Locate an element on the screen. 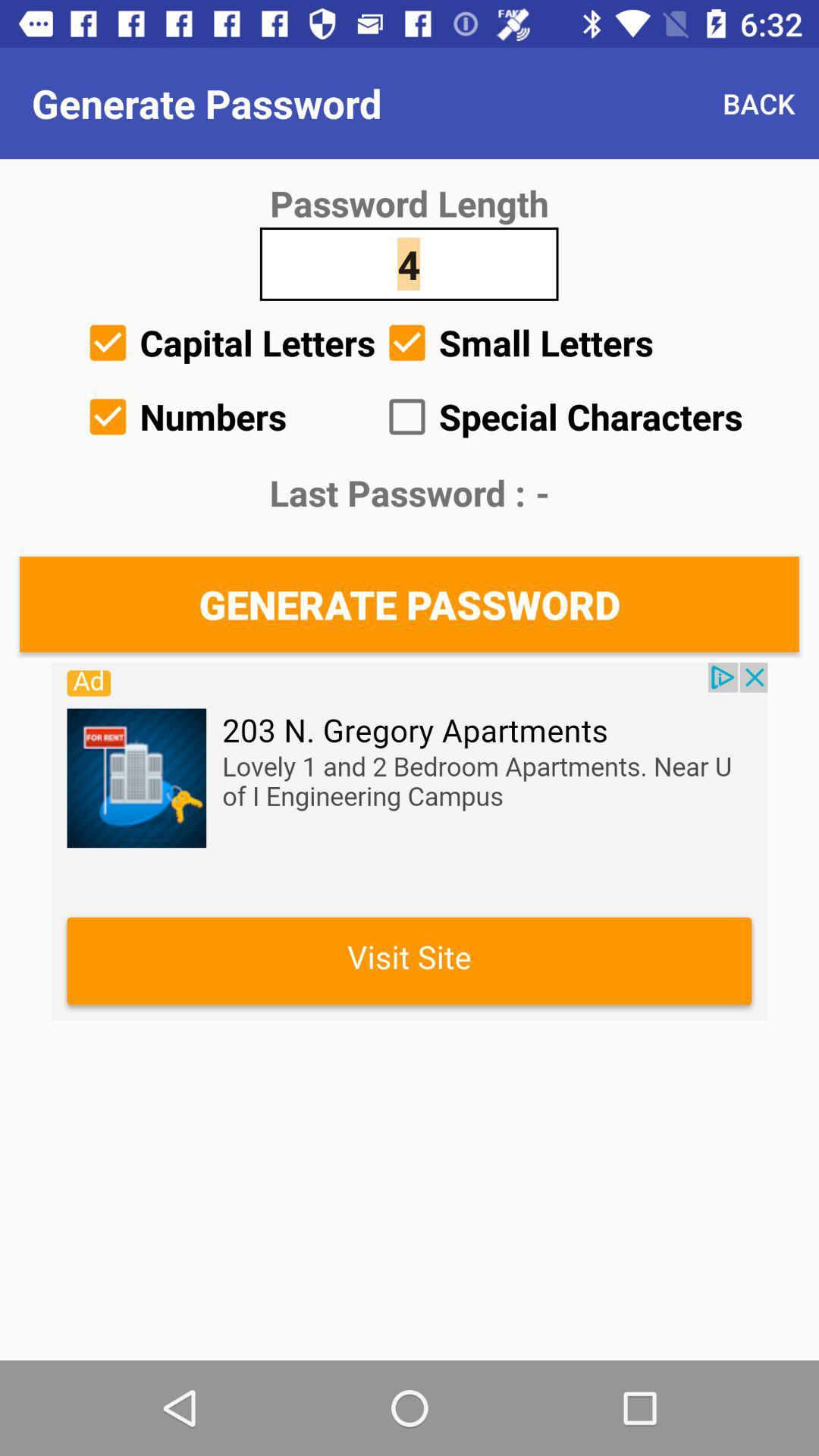 The image size is (819, 1456). open particular website is located at coordinates (409, 840).